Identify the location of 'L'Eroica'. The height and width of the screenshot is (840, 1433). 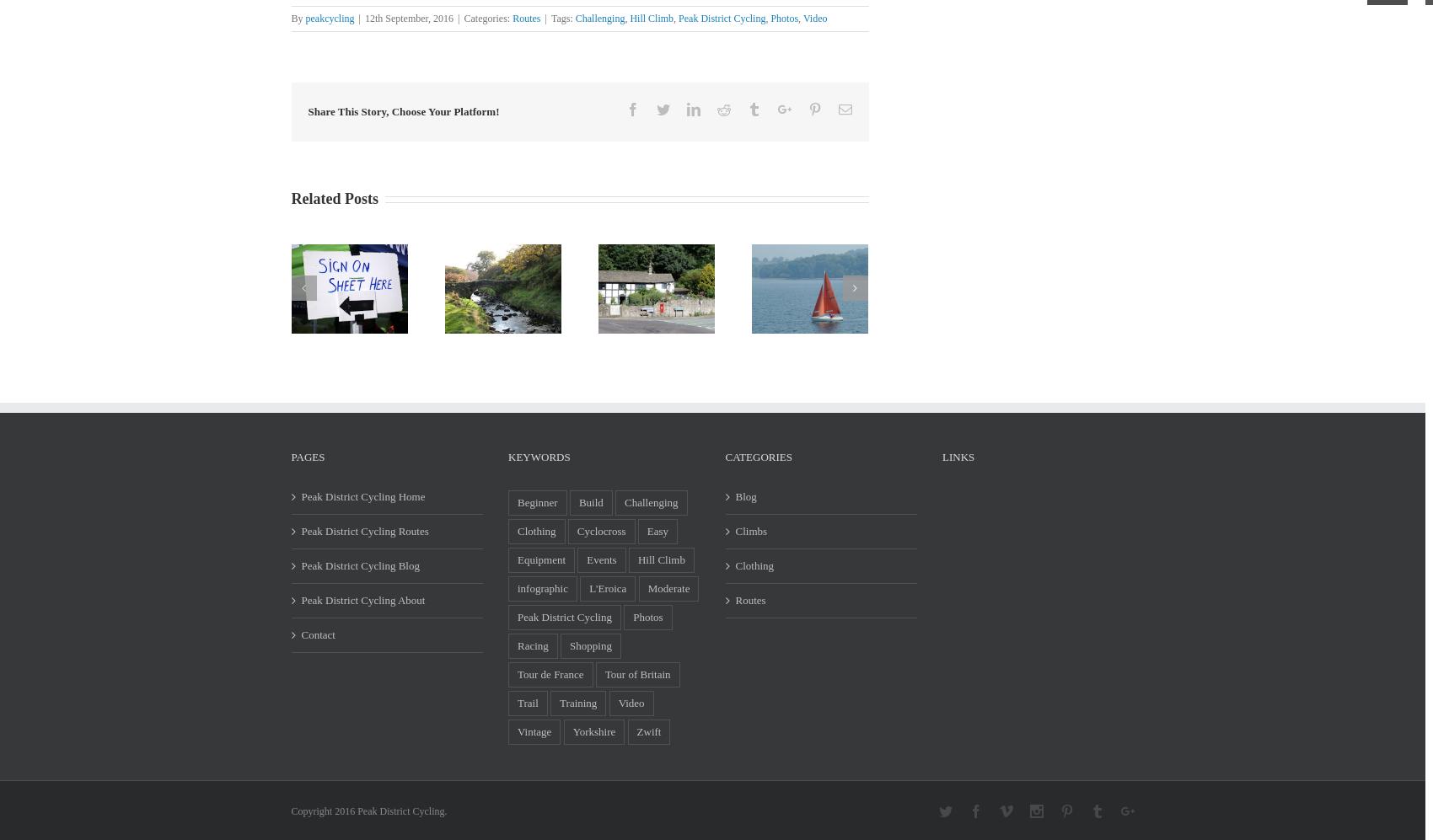
(607, 587).